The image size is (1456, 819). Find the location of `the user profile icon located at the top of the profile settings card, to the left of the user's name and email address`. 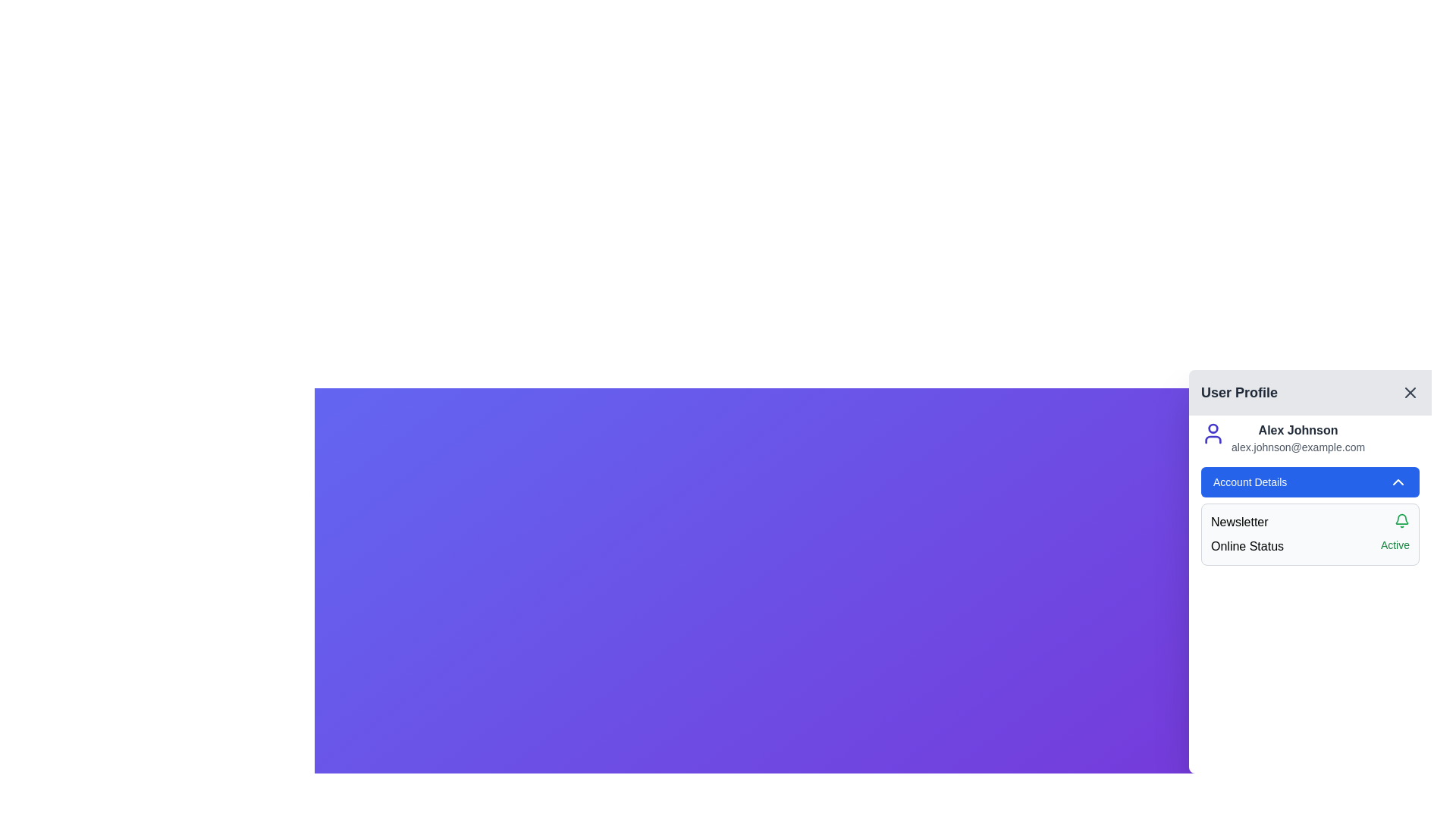

the user profile icon located at the top of the profile settings card, to the left of the user's name and email address is located at coordinates (1212, 433).